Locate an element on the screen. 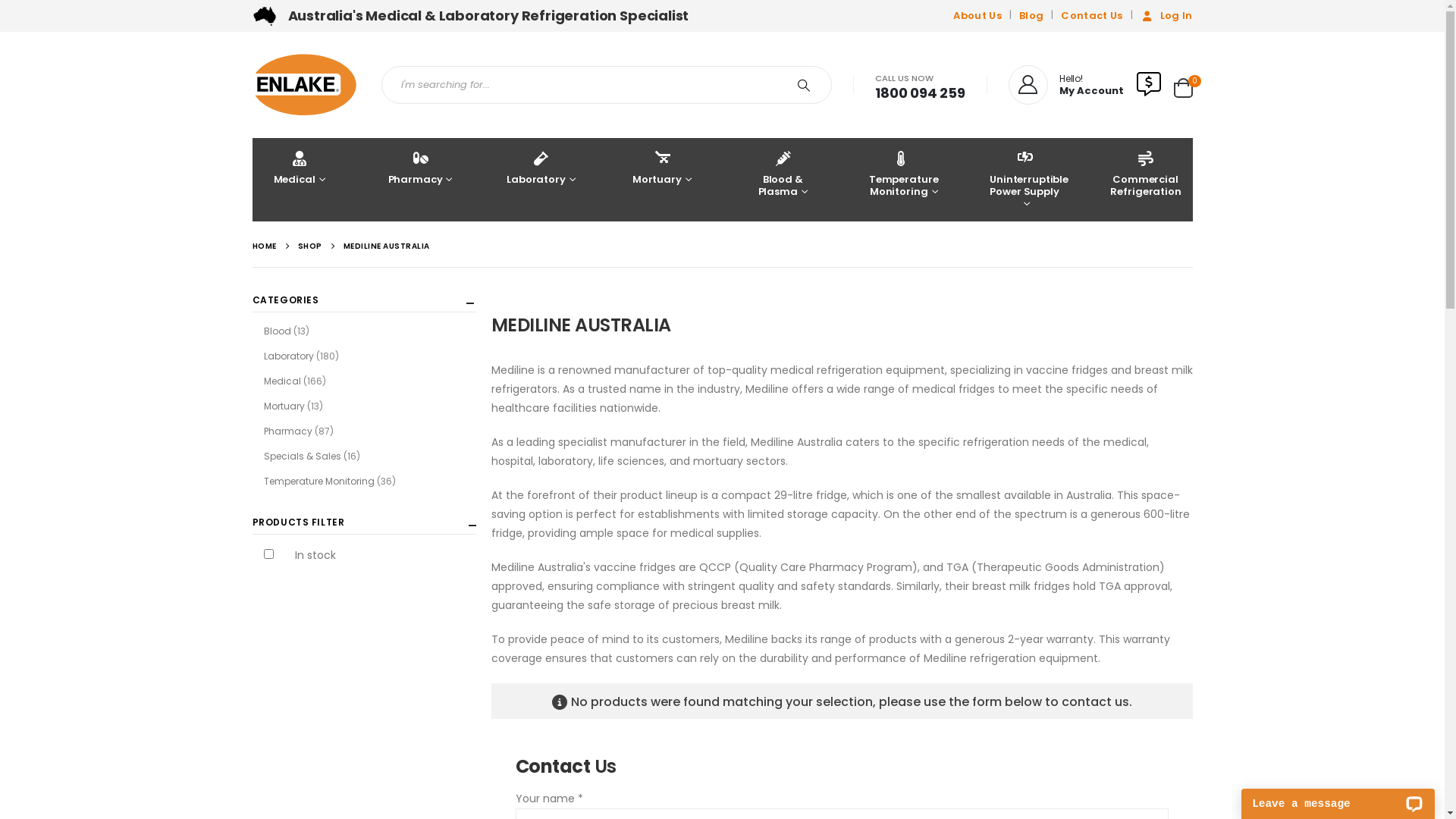 The image size is (1456, 819). 'Temperature Monitoring' is located at coordinates (856, 178).